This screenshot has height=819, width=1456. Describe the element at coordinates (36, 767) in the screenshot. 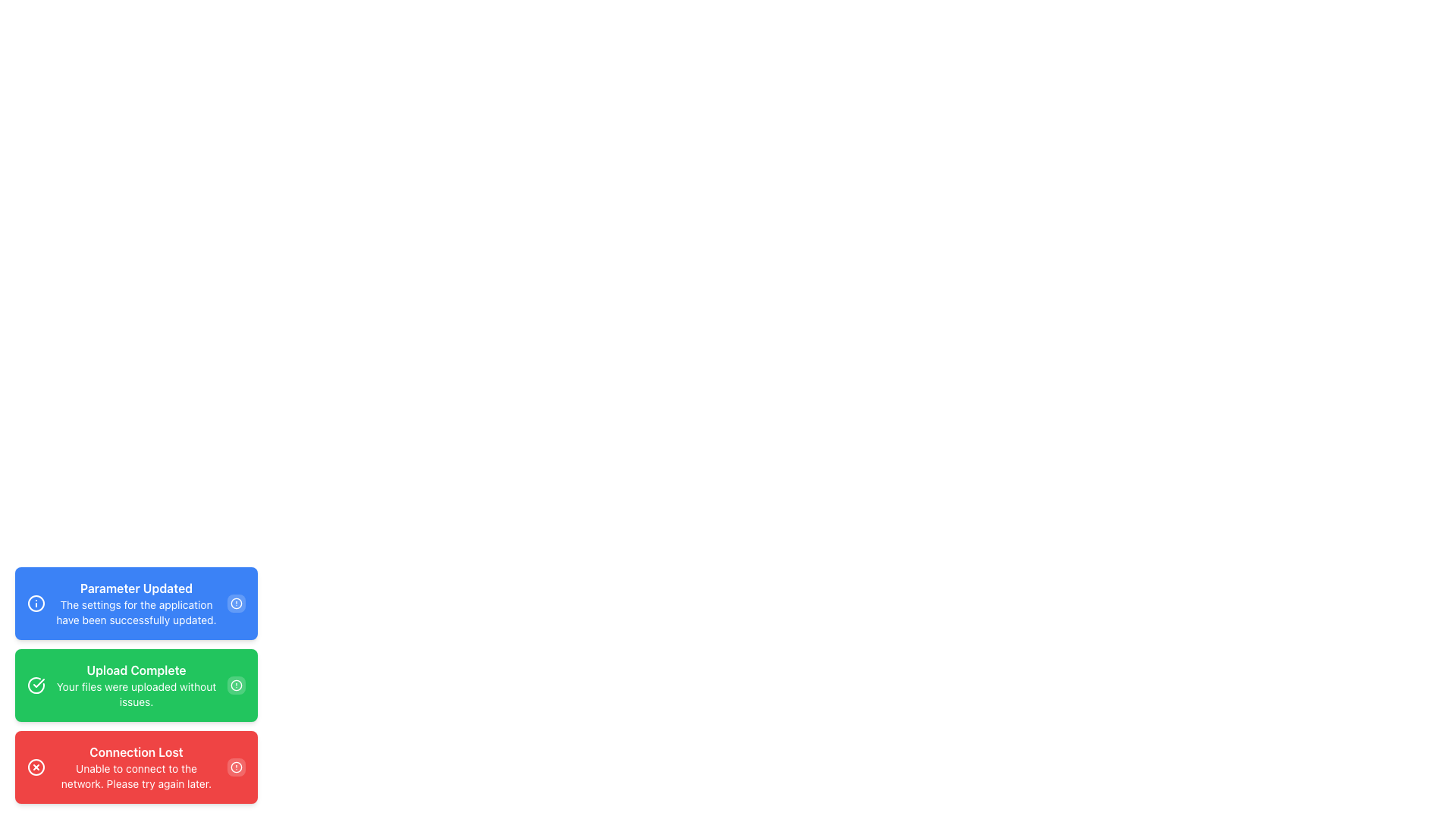

I see `the circular stroke of the 'close' icon in the bottom-right corner of the 'Connection Lost' notification panel` at that location.